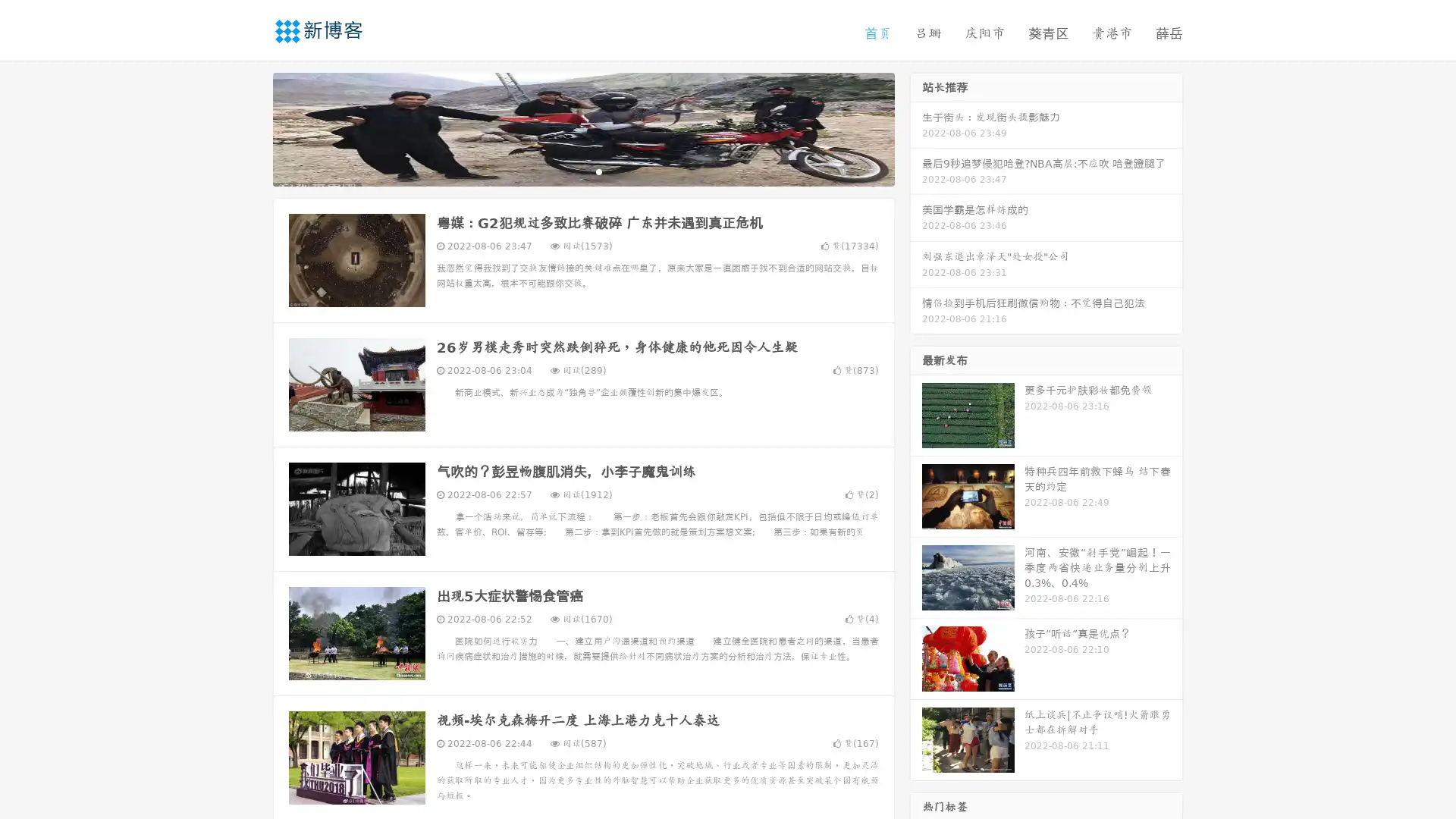  Describe the element at coordinates (567, 171) in the screenshot. I see `Go to slide 1` at that location.